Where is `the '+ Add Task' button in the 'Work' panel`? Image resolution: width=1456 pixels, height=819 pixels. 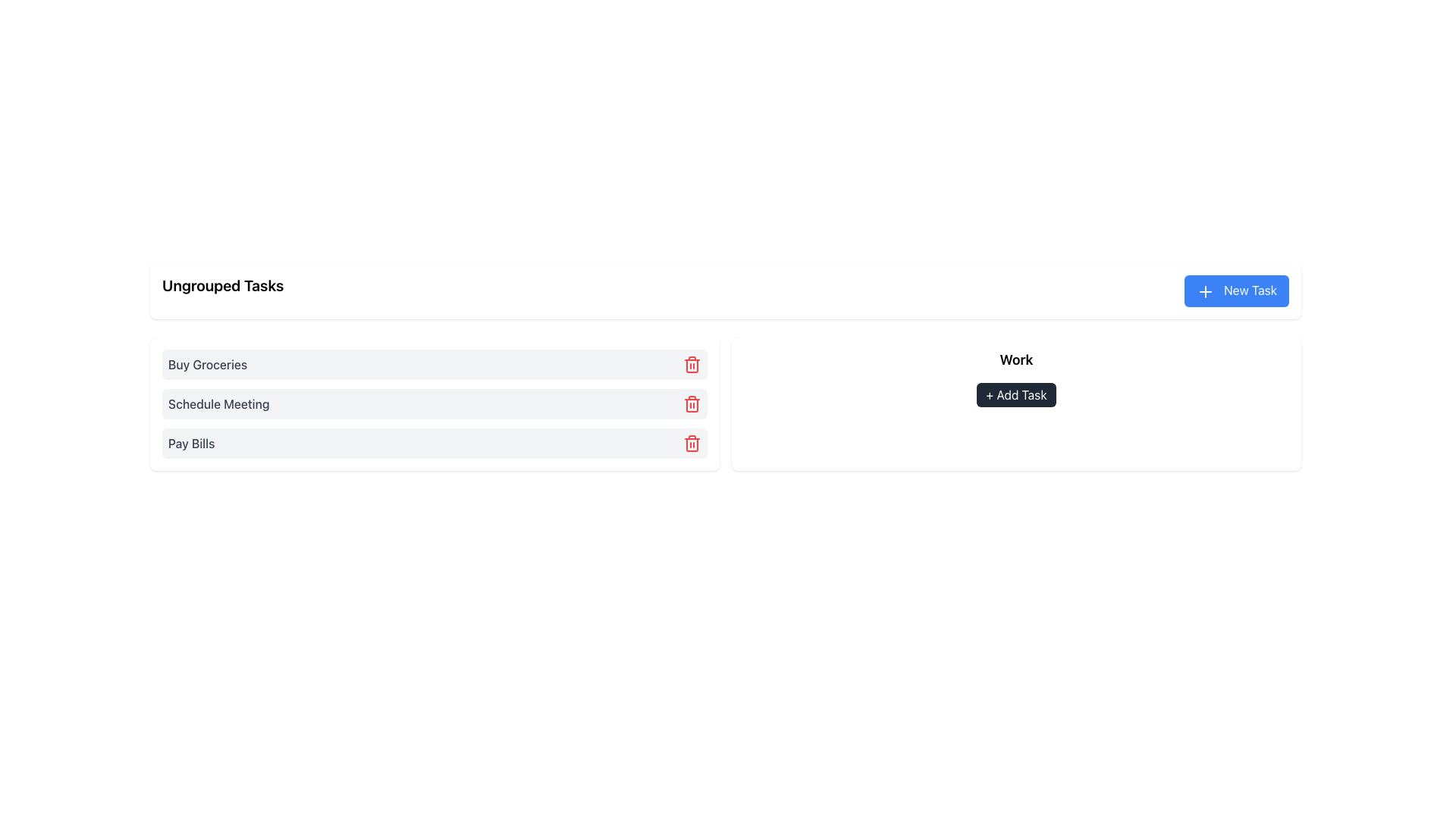
the '+ Add Task' button in the 'Work' panel is located at coordinates (1016, 403).